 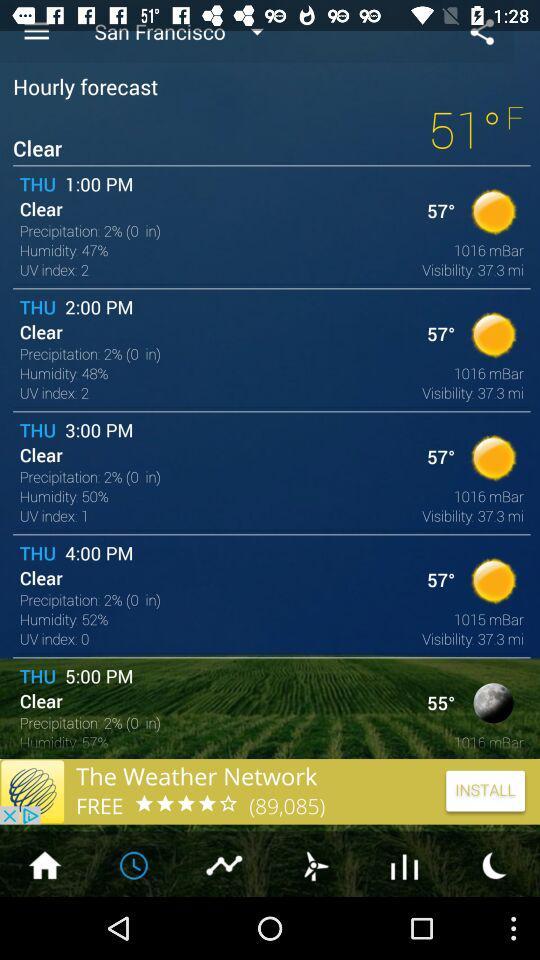 I want to click on the time icon, so click(x=135, y=925).